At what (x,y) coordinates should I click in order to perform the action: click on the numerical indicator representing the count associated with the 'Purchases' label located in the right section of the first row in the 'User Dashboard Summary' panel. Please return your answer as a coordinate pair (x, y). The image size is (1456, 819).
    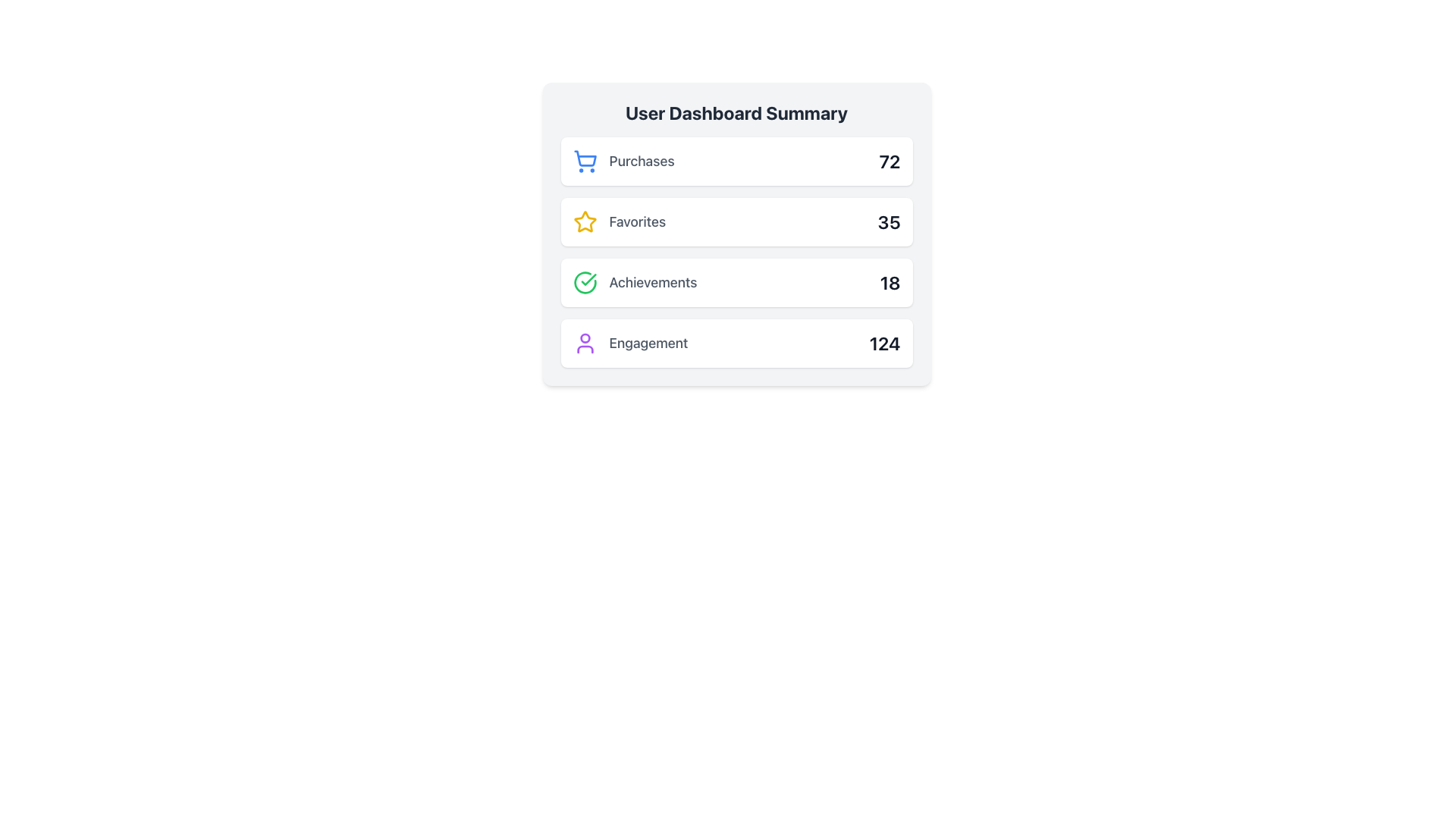
    Looking at the image, I should click on (890, 161).